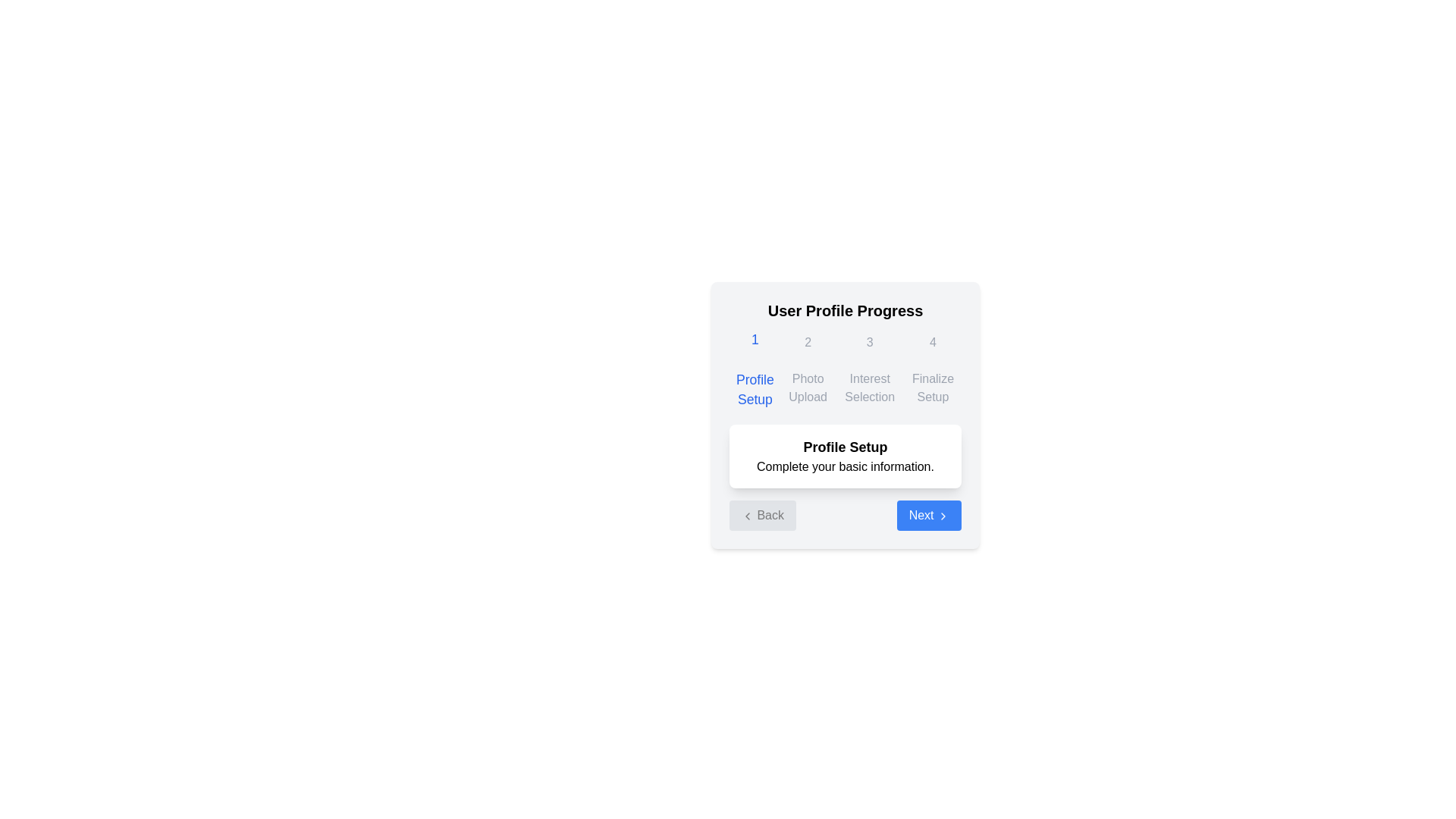 The image size is (1456, 819). Describe the element at coordinates (807, 388) in the screenshot. I see `the descriptive label indicating the current or upcoming step in the photo uploading process, located in the second step of the 'User Profile Progress' interface, beneath the digit '2' and to the right of the 'Profile Setup' label` at that location.